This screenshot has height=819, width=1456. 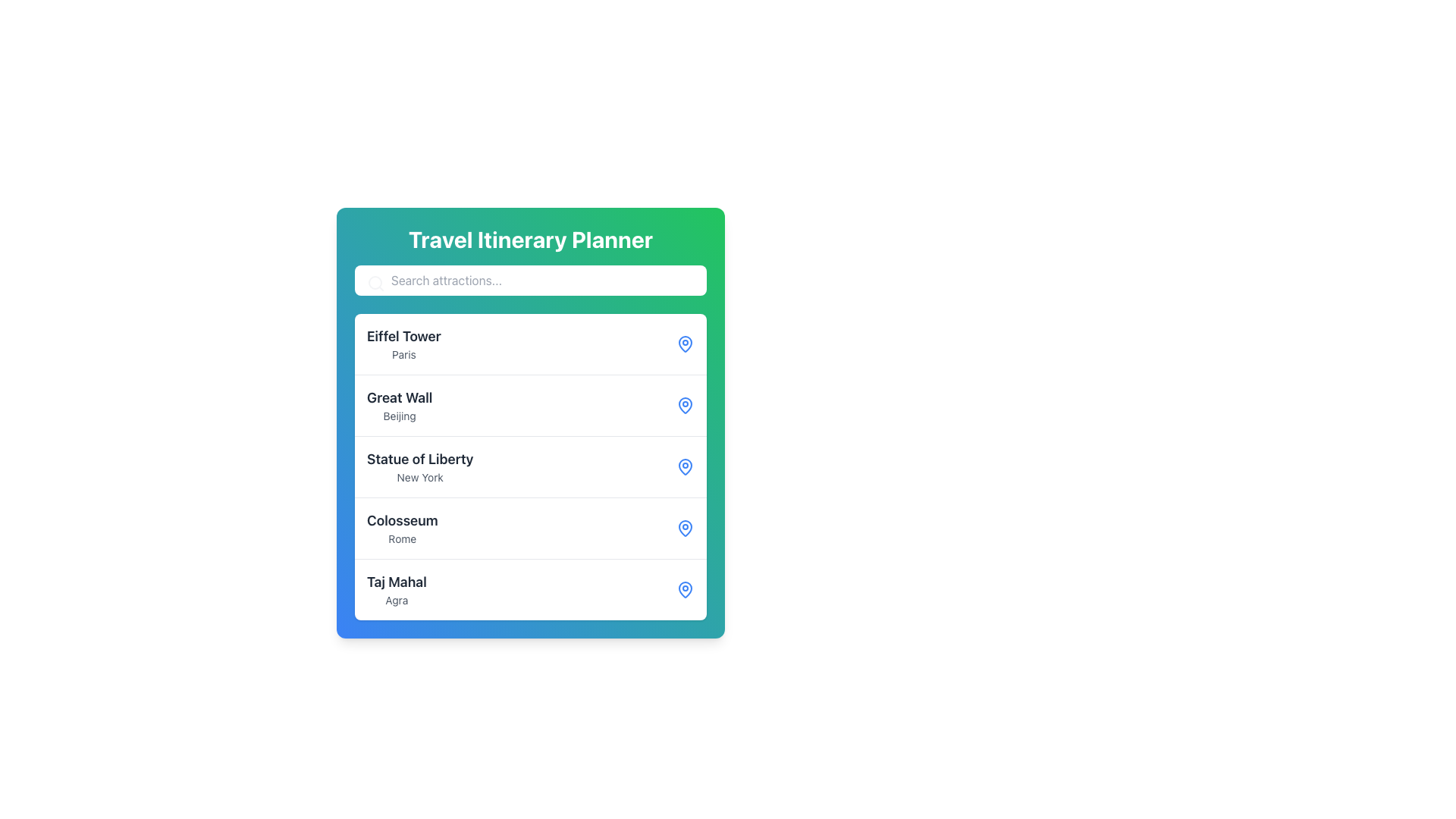 What do you see at coordinates (684, 589) in the screenshot?
I see `the map pin icon located in the bottom-right corner of the list item containing the text 'Taj Mahal' and 'Agra', which is the fifth icon from the top, to possibly show related location details` at bounding box center [684, 589].